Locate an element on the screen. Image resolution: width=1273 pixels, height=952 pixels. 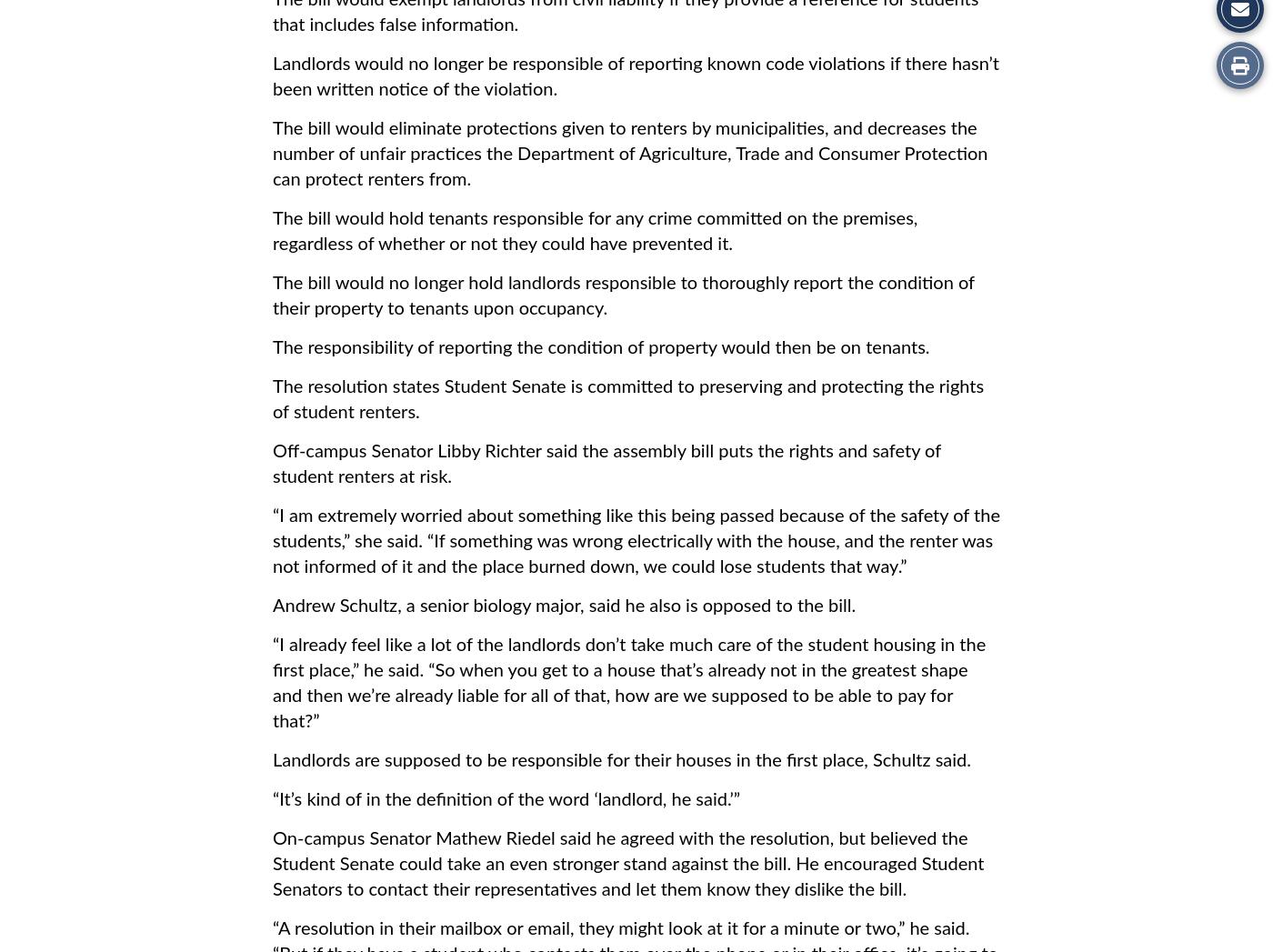
'Landlords are supposed to be responsible for their houses in the first place, Schultz said.' is located at coordinates (273, 760).